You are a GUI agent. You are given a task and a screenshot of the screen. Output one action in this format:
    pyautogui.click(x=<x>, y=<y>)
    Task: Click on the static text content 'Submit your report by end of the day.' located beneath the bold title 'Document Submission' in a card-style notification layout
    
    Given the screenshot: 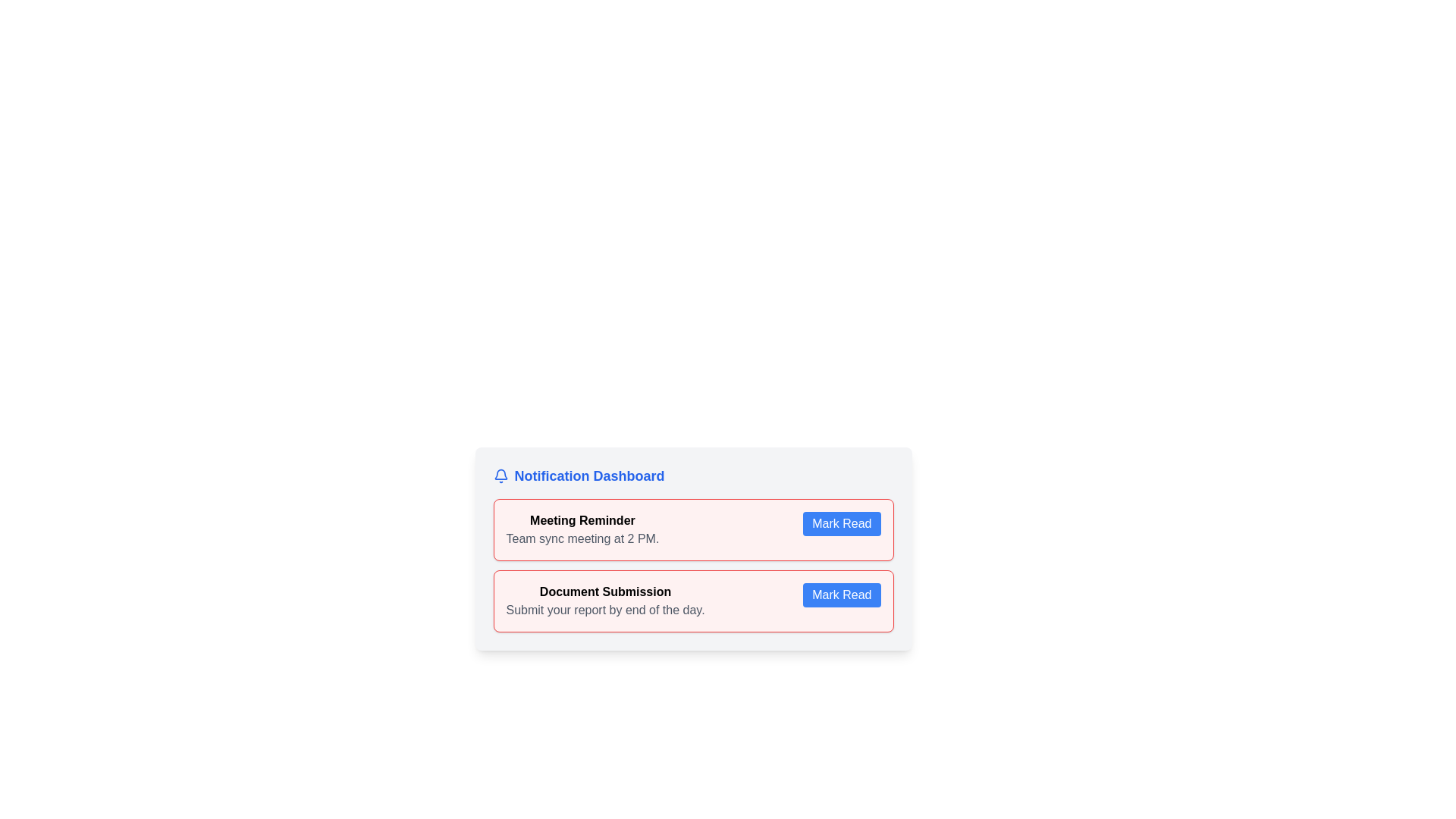 What is the action you would take?
    pyautogui.click(x=604, y=610)
    